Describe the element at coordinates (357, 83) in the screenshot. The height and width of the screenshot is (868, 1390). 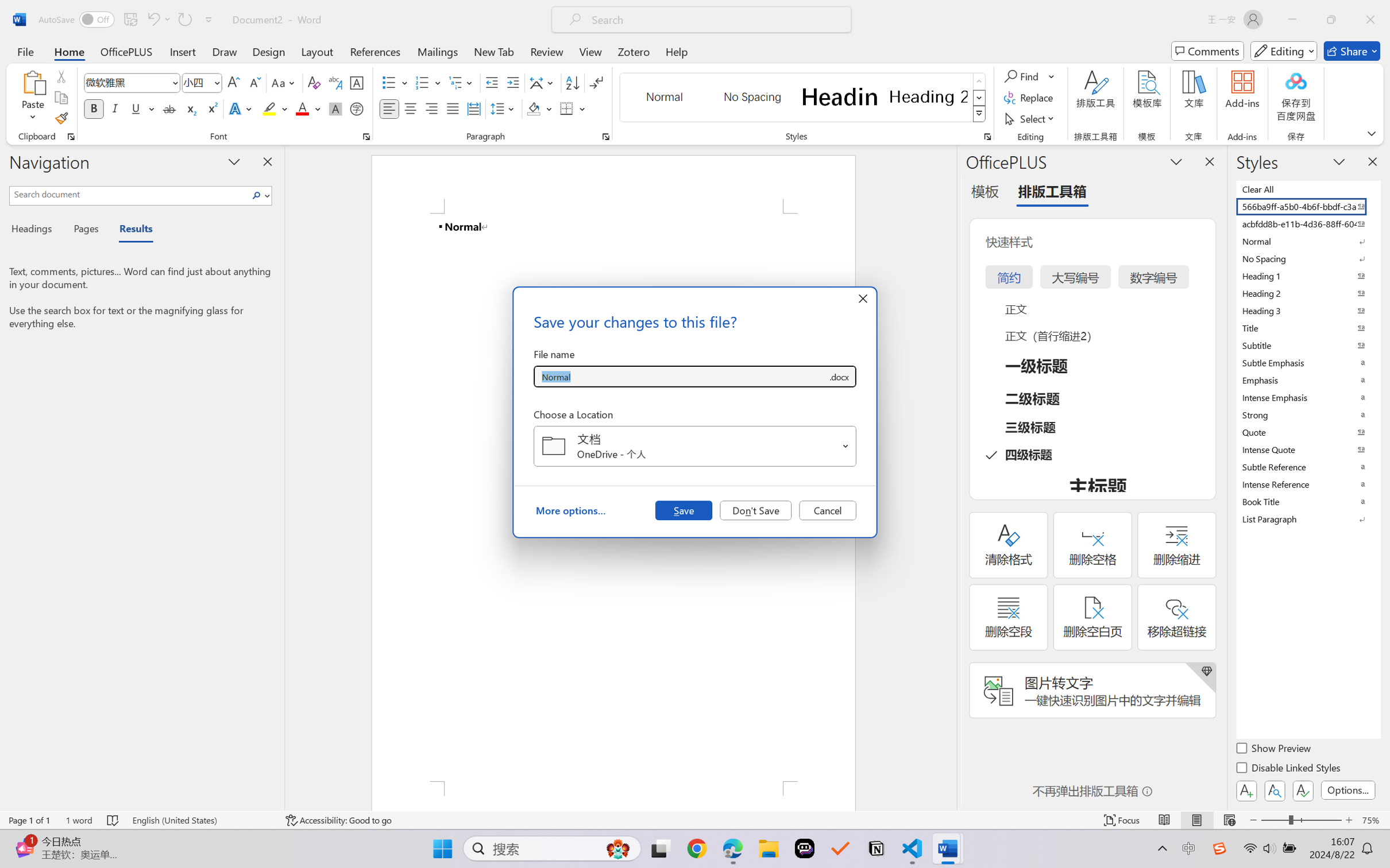
I see `'Character Border'` at that location.